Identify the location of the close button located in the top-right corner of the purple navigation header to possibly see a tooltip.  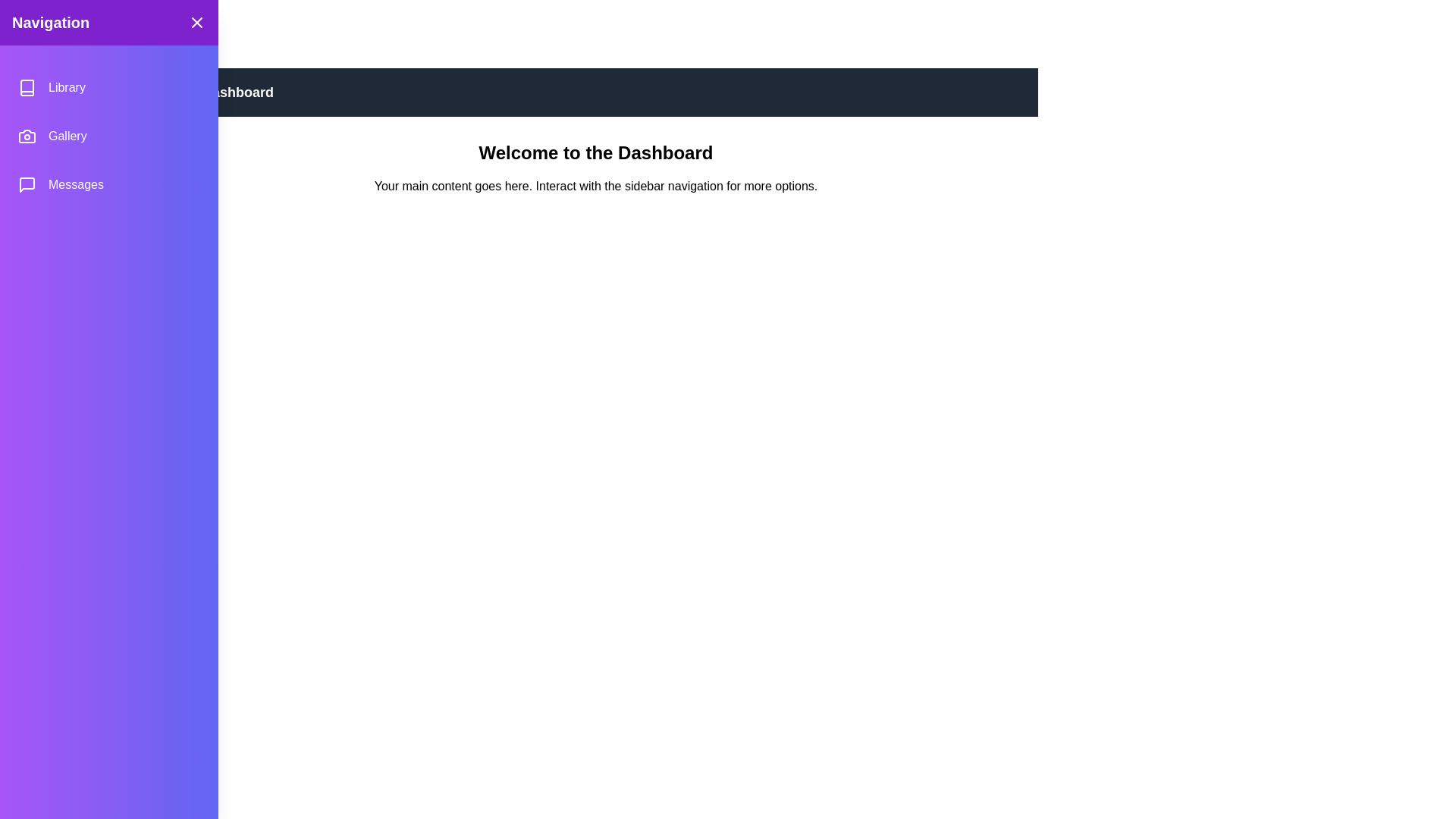
(196, 23).